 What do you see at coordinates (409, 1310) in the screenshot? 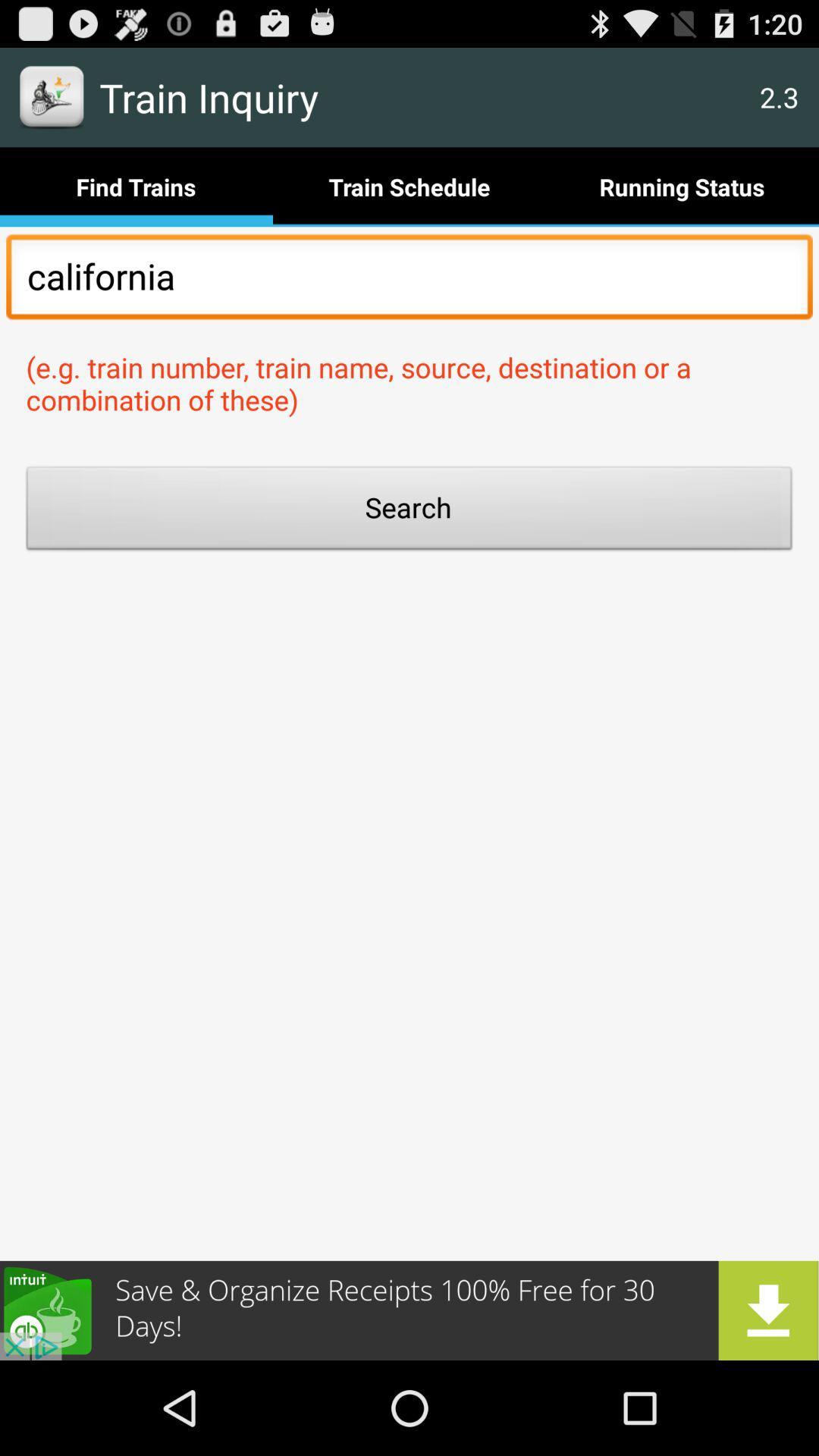
I see `see advertisement` at bounding box center [409, 1310].